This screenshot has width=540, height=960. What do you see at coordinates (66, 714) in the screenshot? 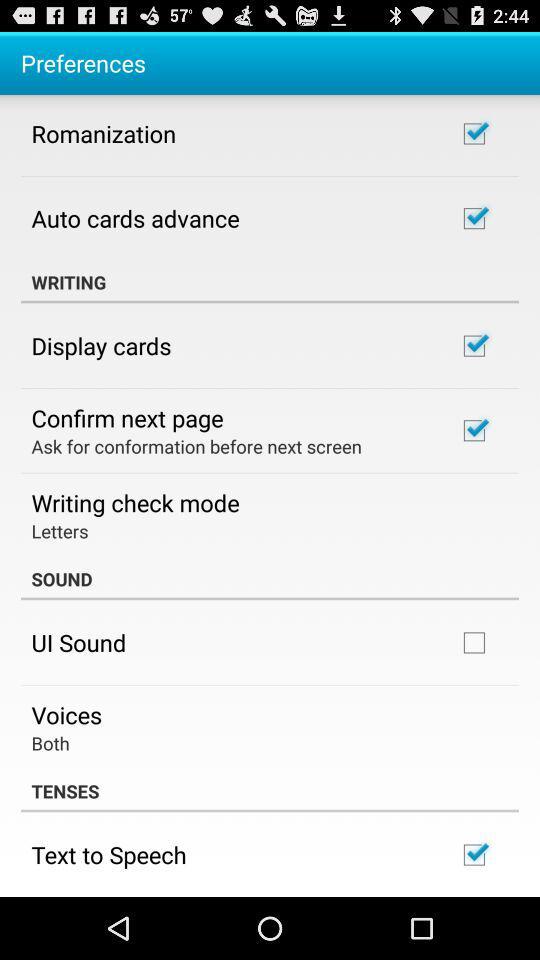
I see `the item above the both app` at bounding box center [66, 714].